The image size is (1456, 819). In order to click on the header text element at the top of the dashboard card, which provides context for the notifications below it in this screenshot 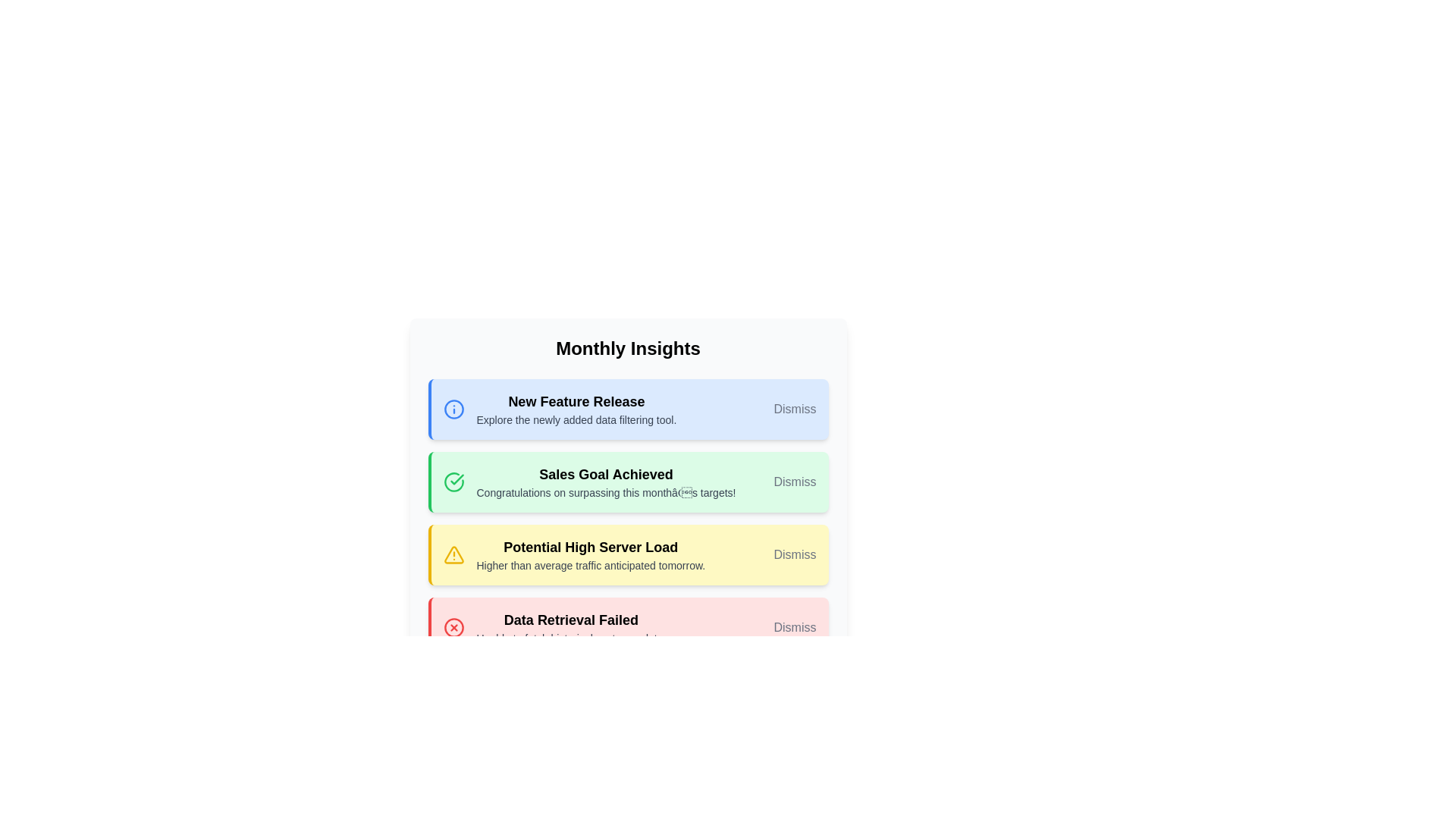, I will do `click(628, 348)`.